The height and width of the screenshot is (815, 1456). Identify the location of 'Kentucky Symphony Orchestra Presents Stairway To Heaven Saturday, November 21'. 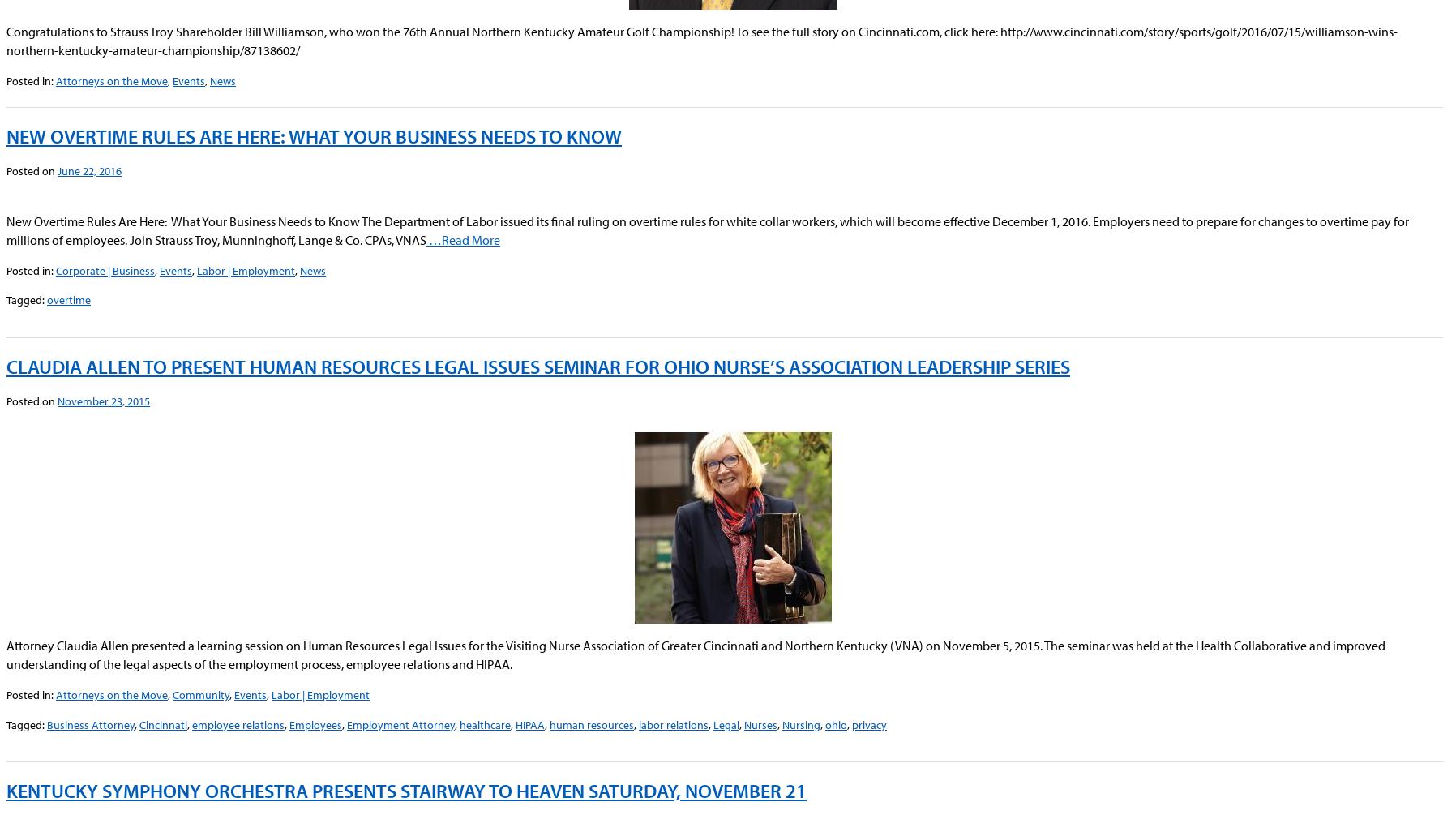
(6, 789).